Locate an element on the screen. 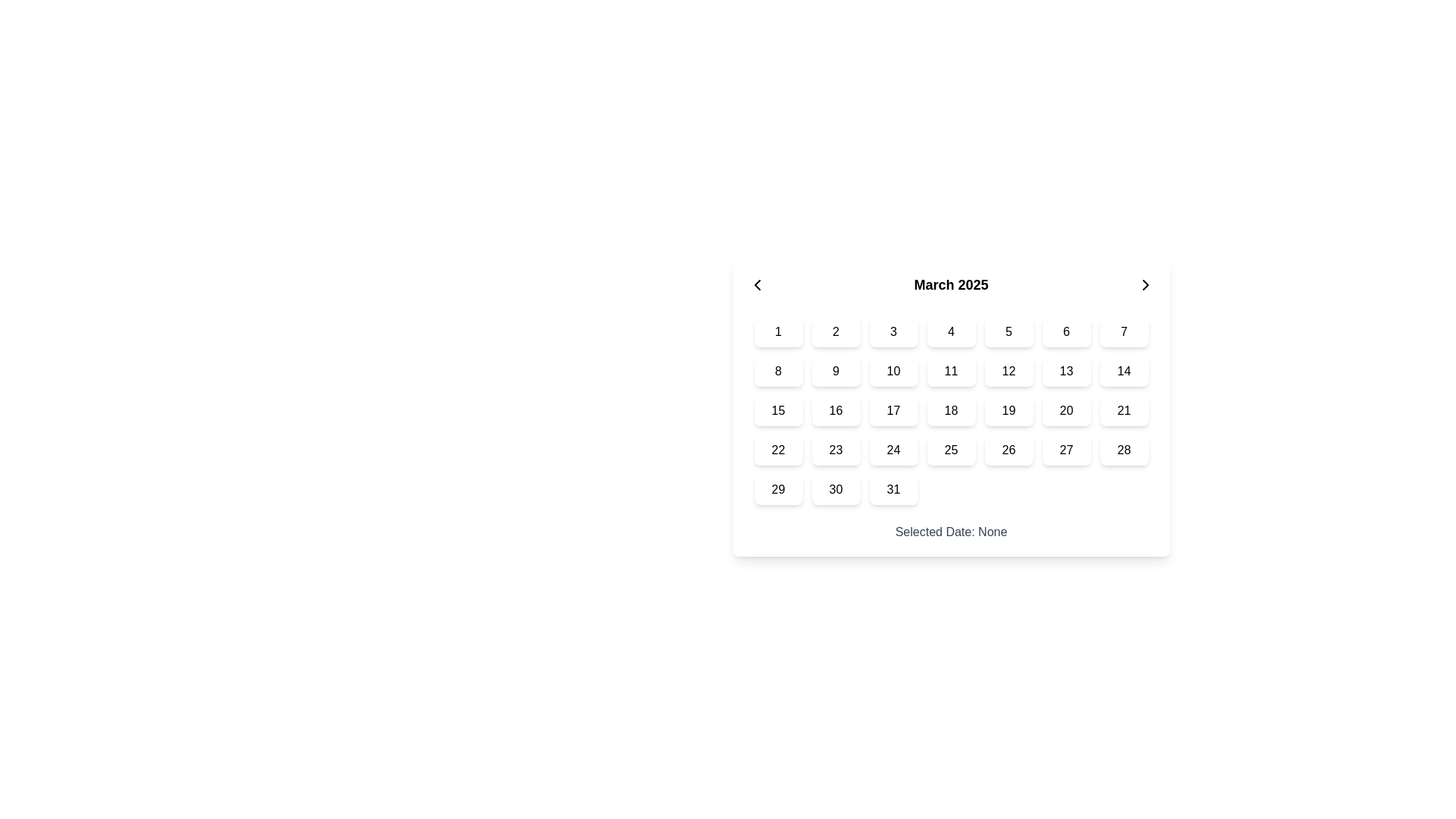  the button representing the 17th day of March 2025 in the calendar is located at coordinates (893, 411).